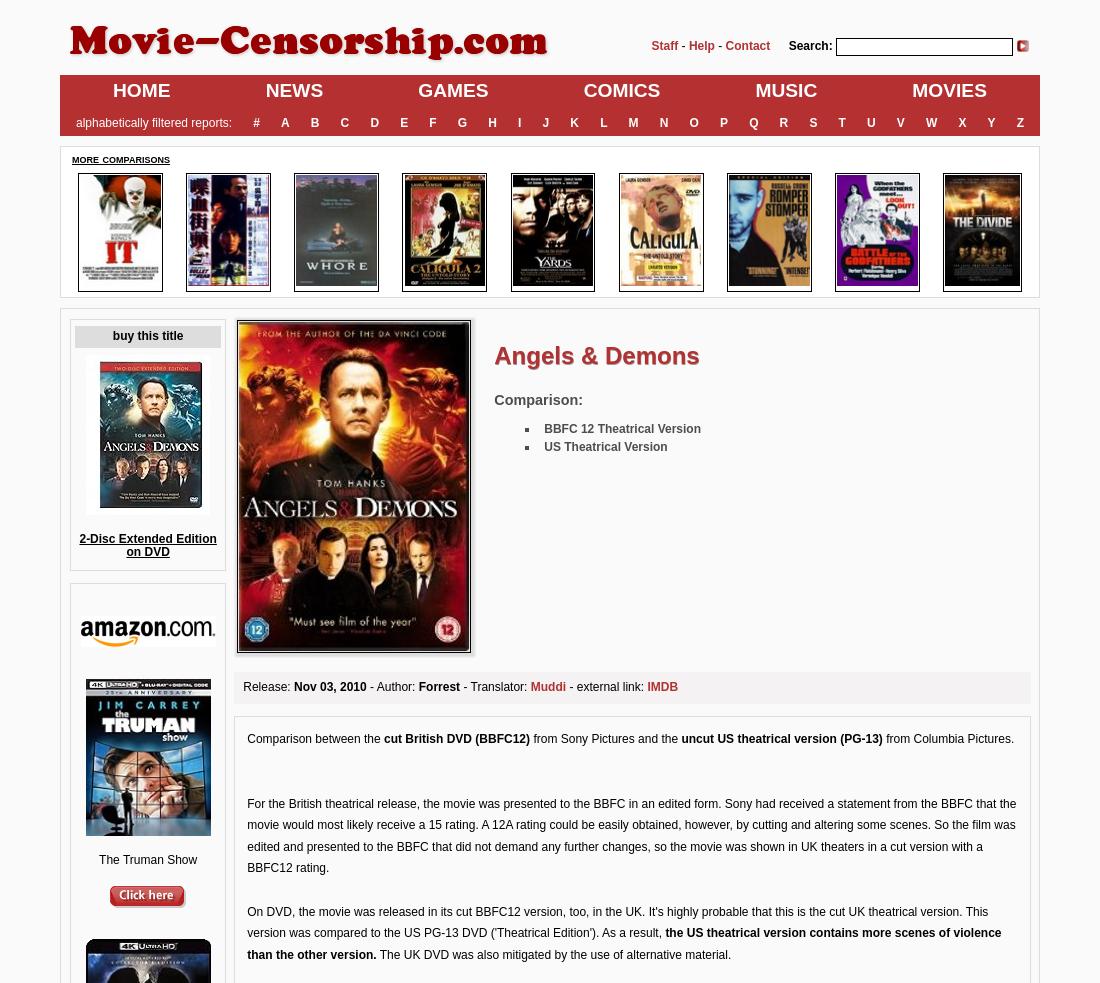 The image size is (1100, 983). I want to click on 'Z', so click(1019, 120).